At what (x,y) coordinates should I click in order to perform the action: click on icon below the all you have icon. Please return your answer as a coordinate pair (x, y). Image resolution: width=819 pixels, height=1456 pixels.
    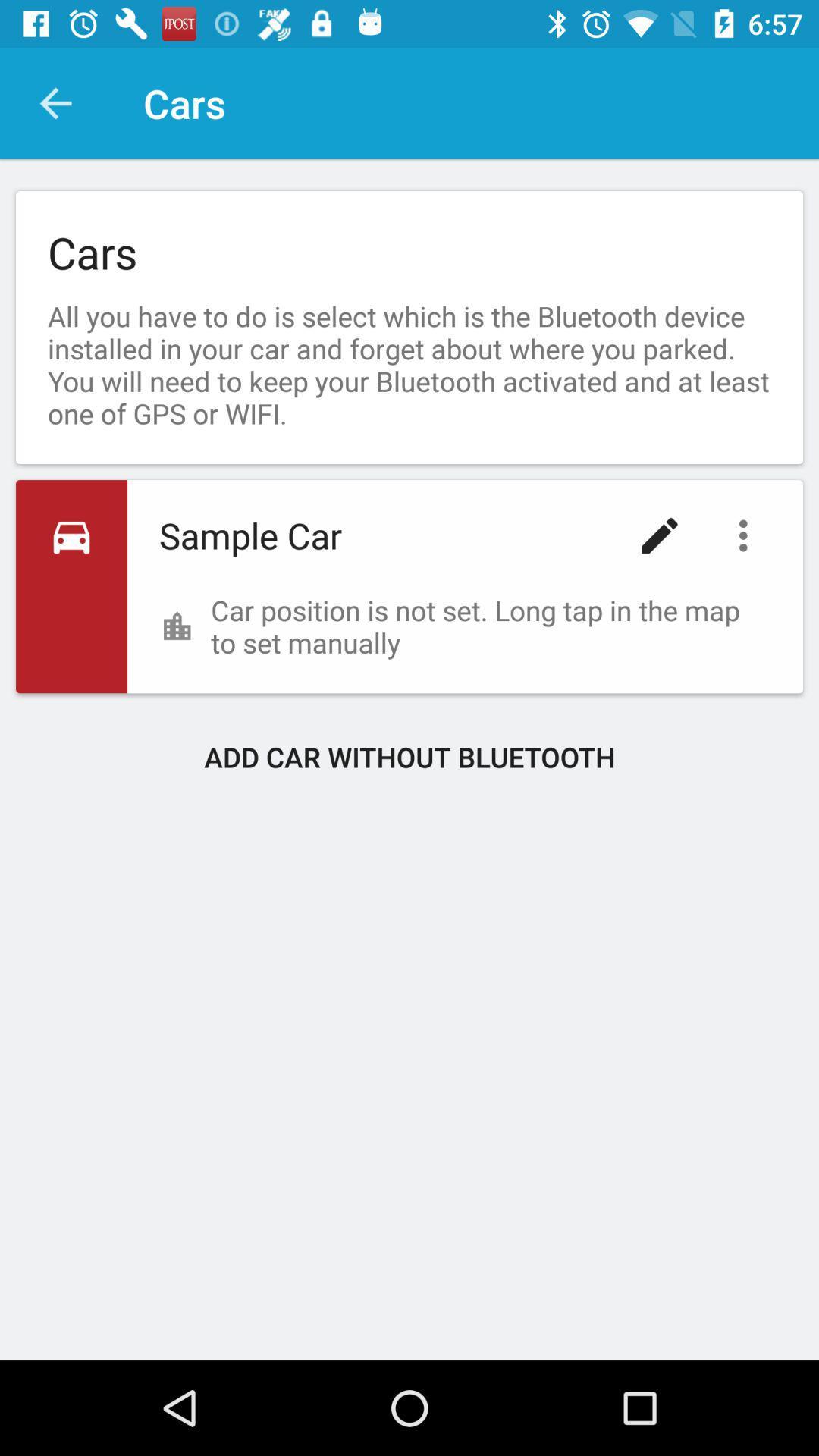
    Looking at the image, I should click on (659, 535).